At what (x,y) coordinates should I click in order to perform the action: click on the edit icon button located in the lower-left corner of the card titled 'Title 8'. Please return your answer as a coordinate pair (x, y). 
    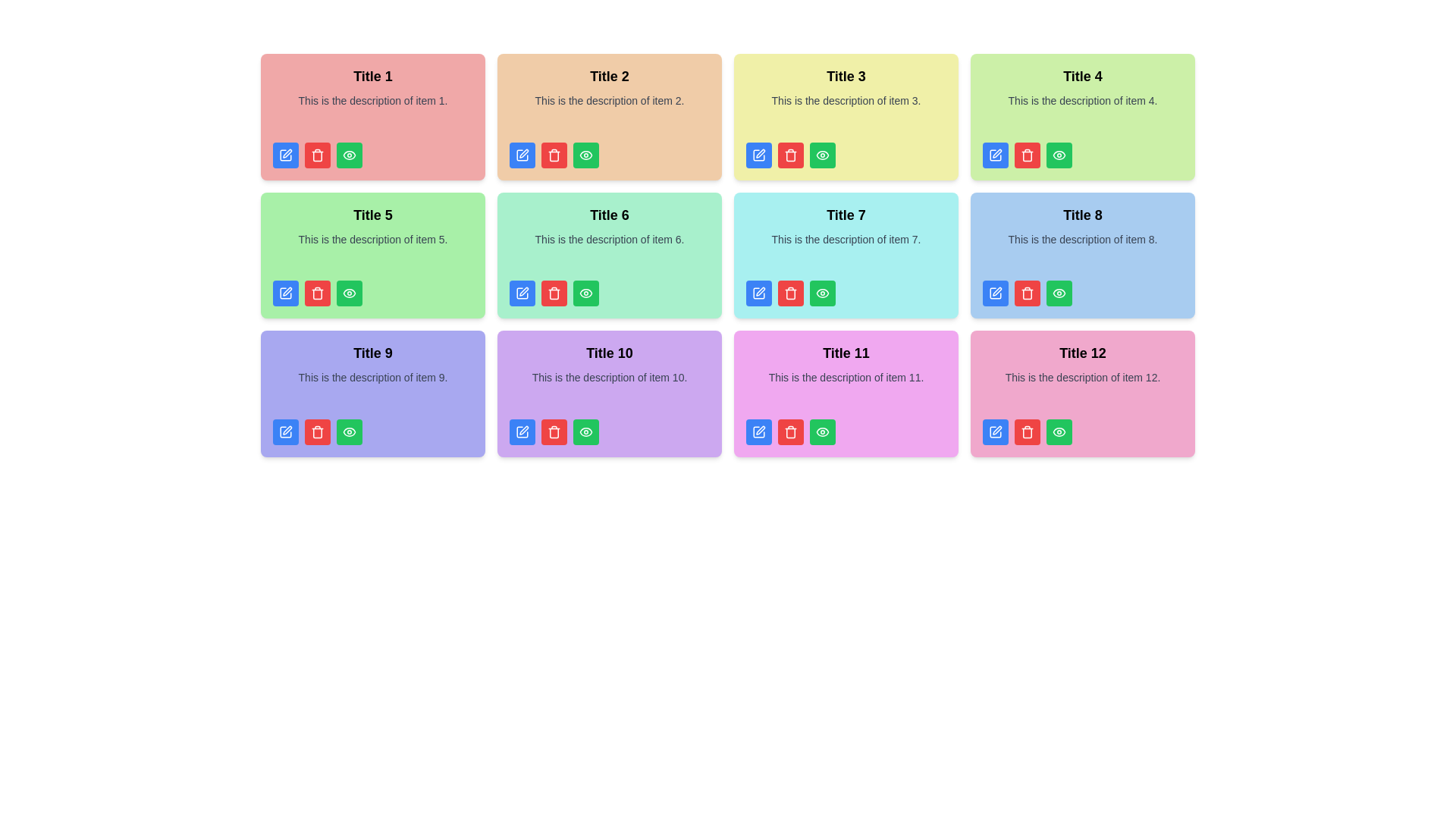
    Looking at the image, I should click on (996, 293).